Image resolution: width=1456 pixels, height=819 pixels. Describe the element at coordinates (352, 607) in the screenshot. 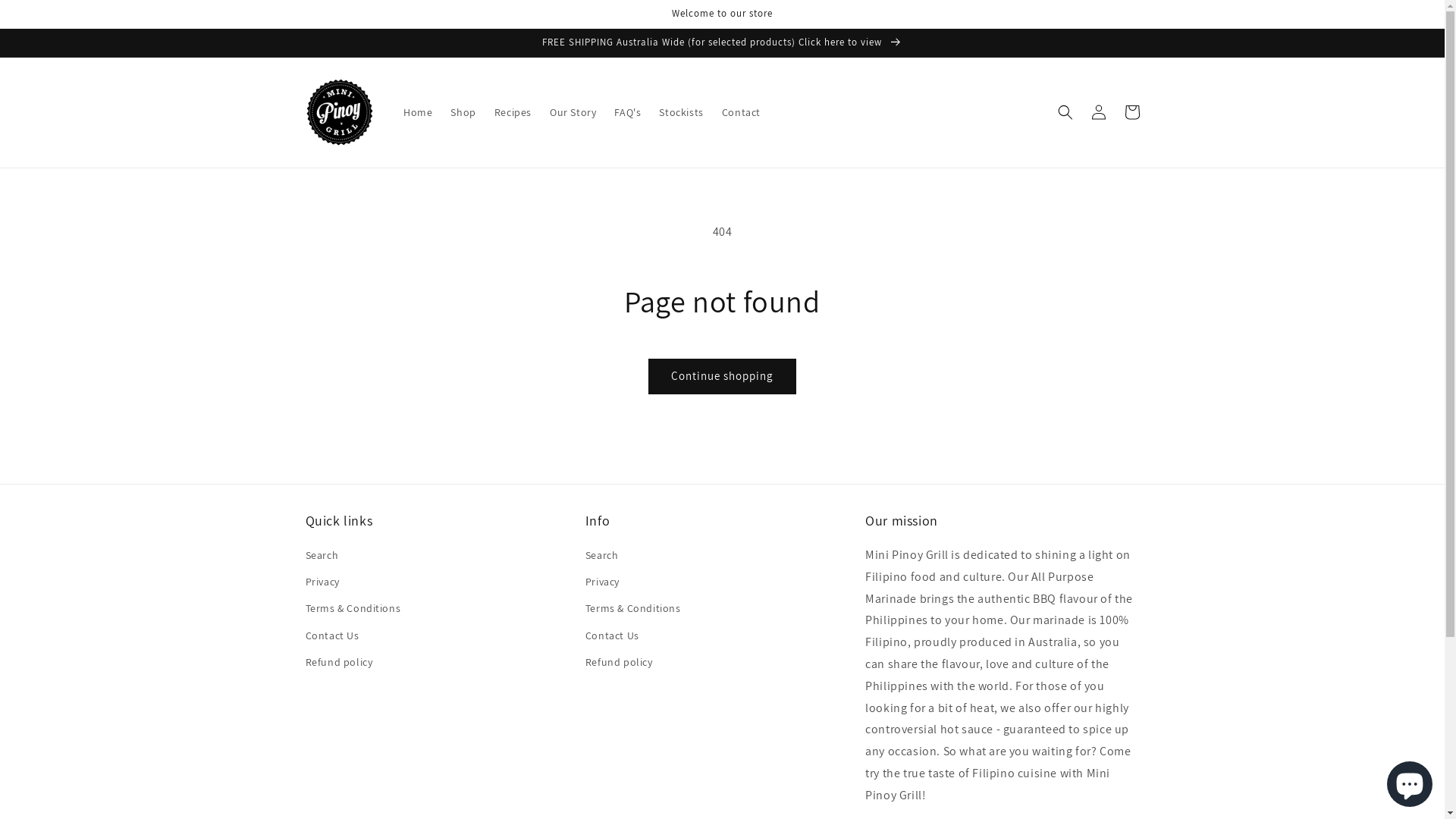

I see `'Terms & Conditions'` at that location.